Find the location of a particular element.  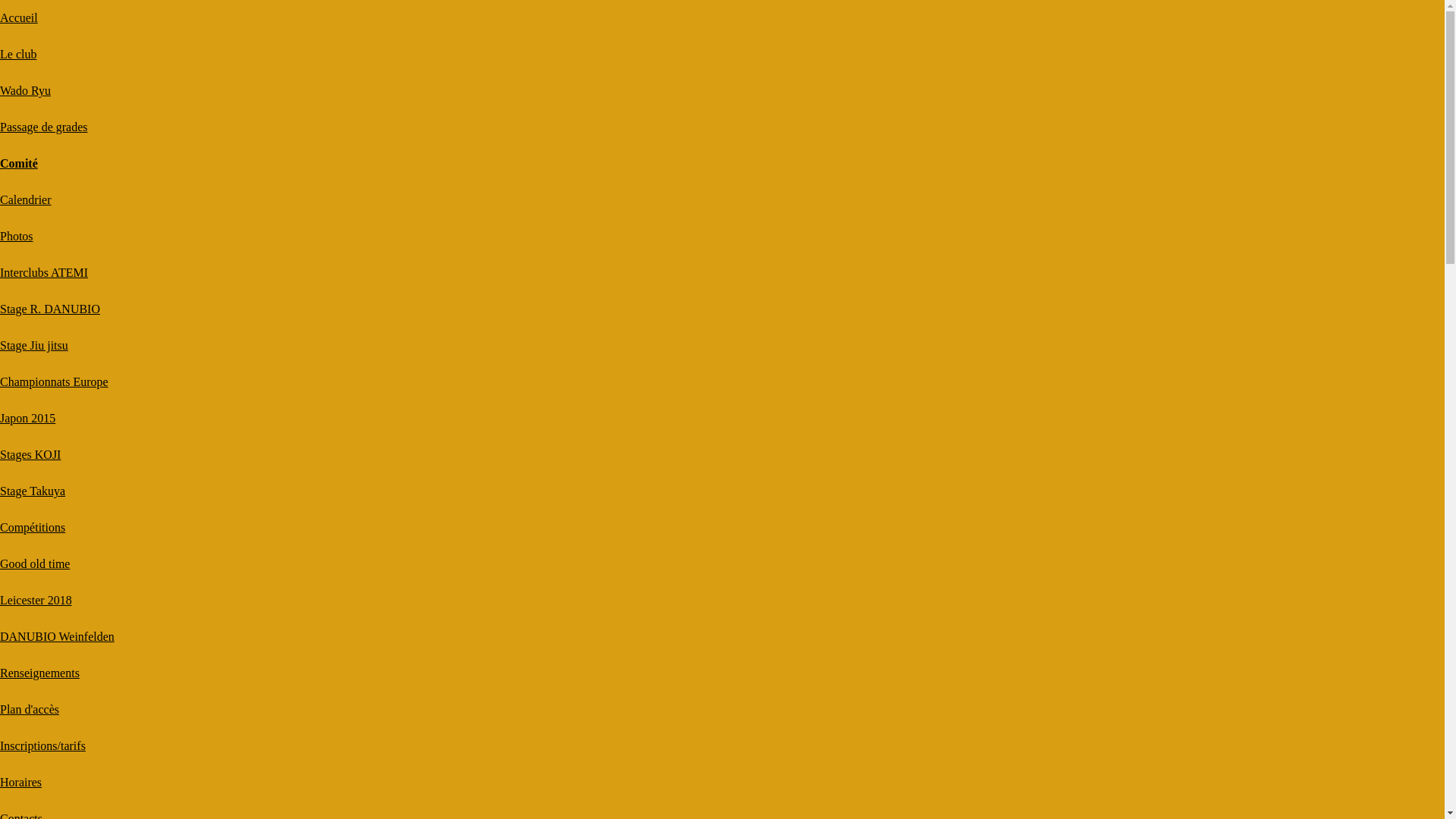

'Good old time' is located at coordinates (35, 563).